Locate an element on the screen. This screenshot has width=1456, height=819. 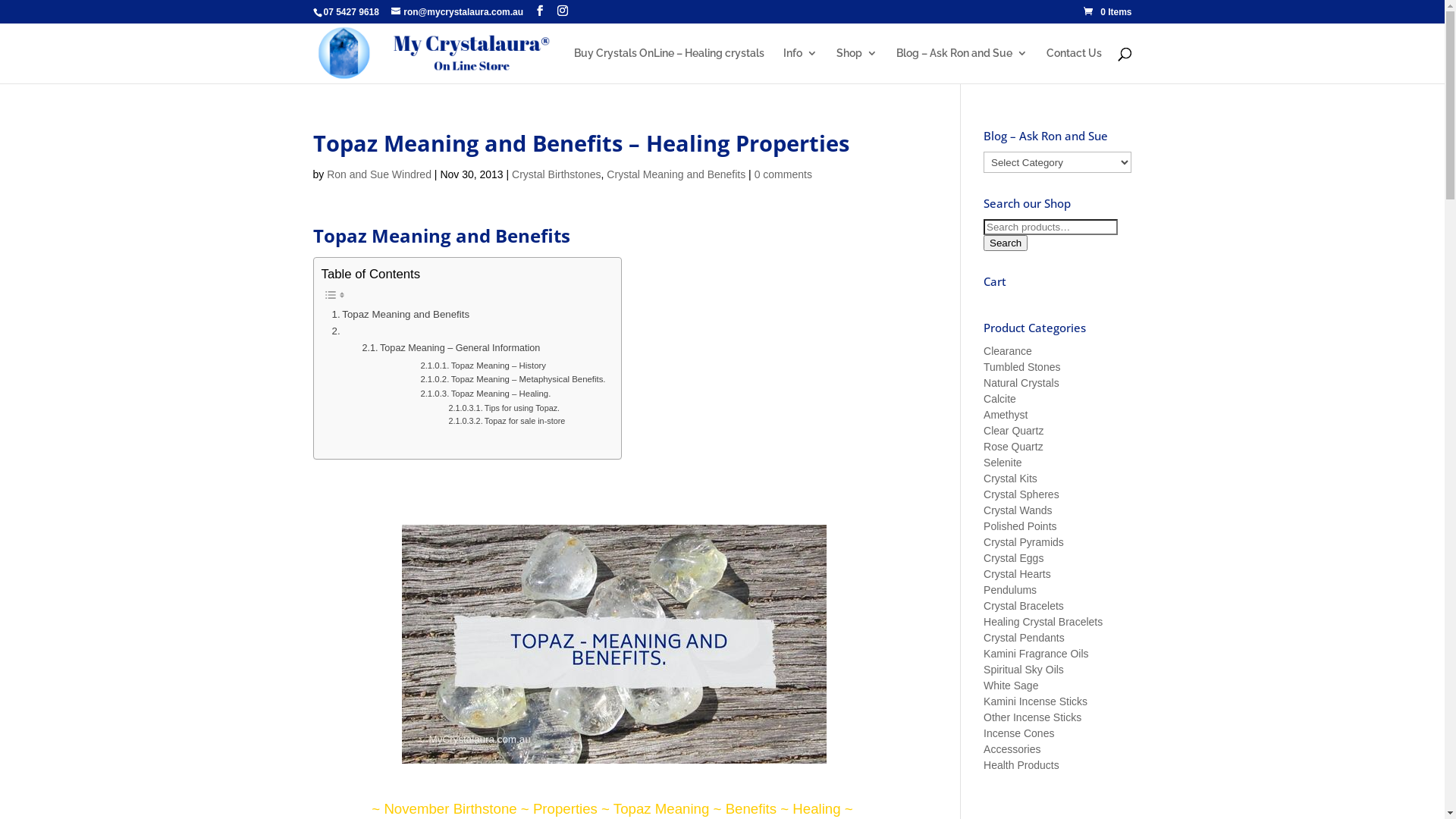
'Crystal Bracelets' is located at coordinates (1023, 604).